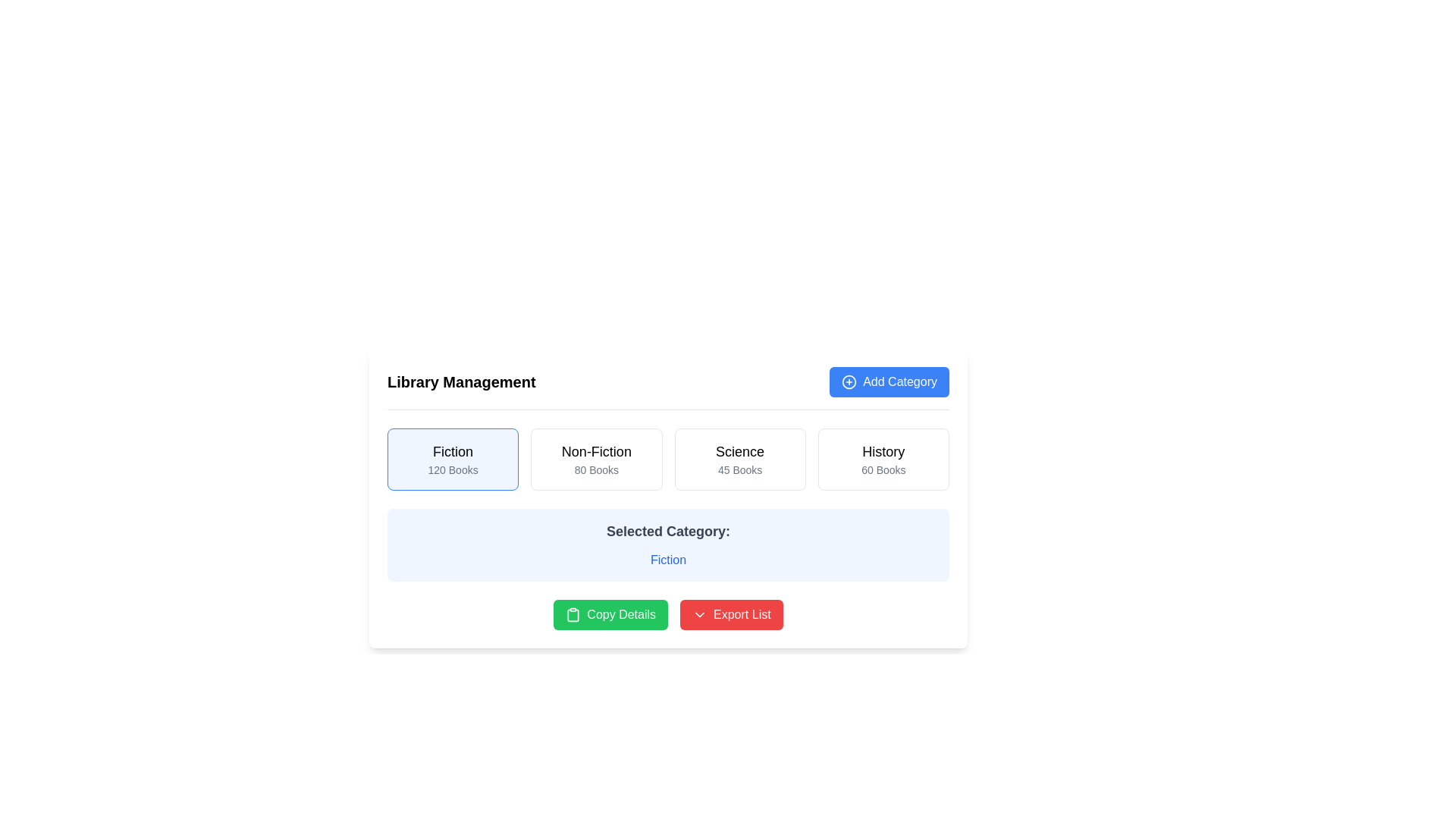 The image size is (1456, 819). I want to click on the fourth interactive button or card labeled 'History' in the 'Library Management' section, so click(883, 458).